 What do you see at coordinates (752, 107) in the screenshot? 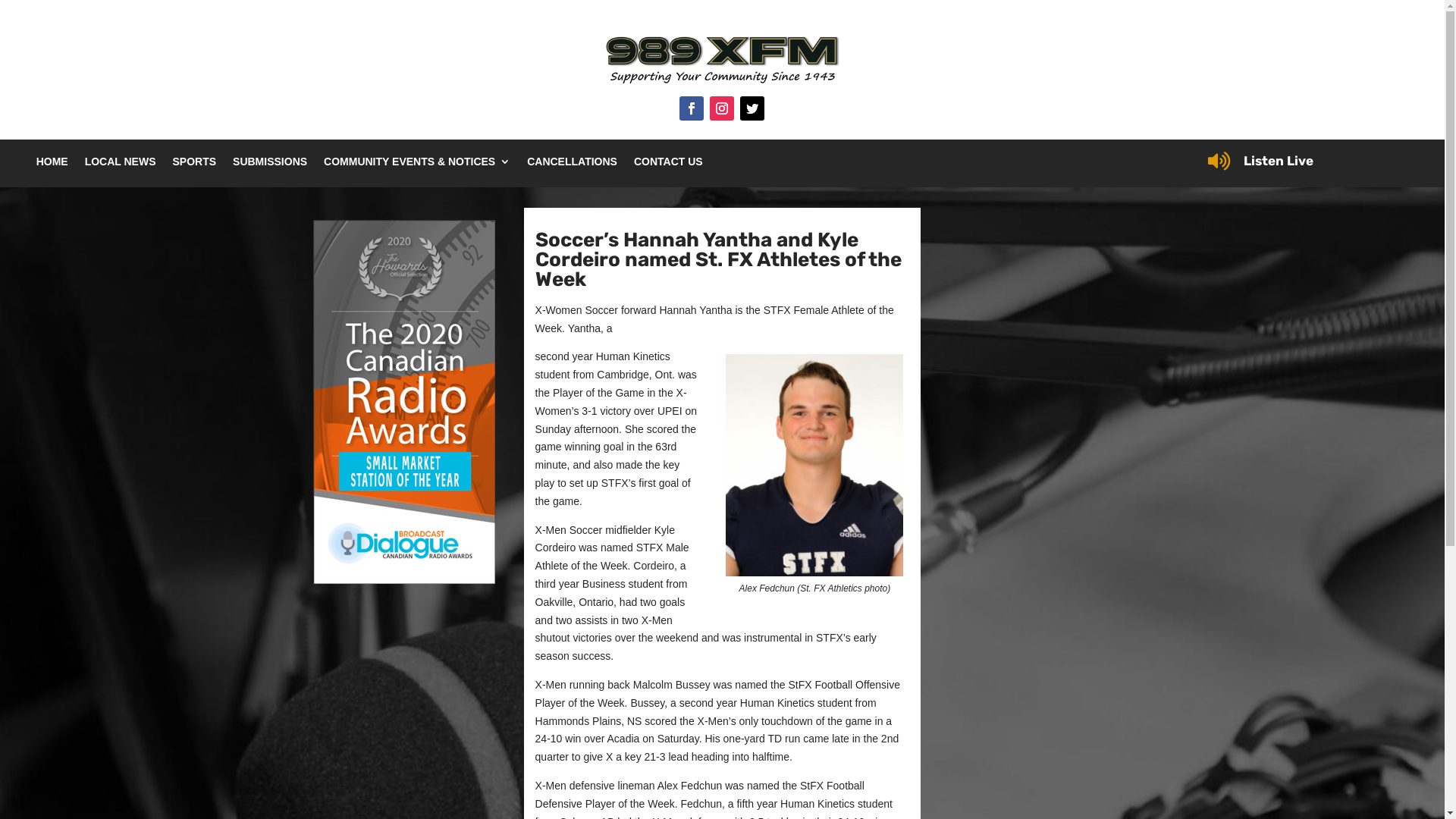
I see `'Follow on Twitter'` at bounding box center [752, 107].